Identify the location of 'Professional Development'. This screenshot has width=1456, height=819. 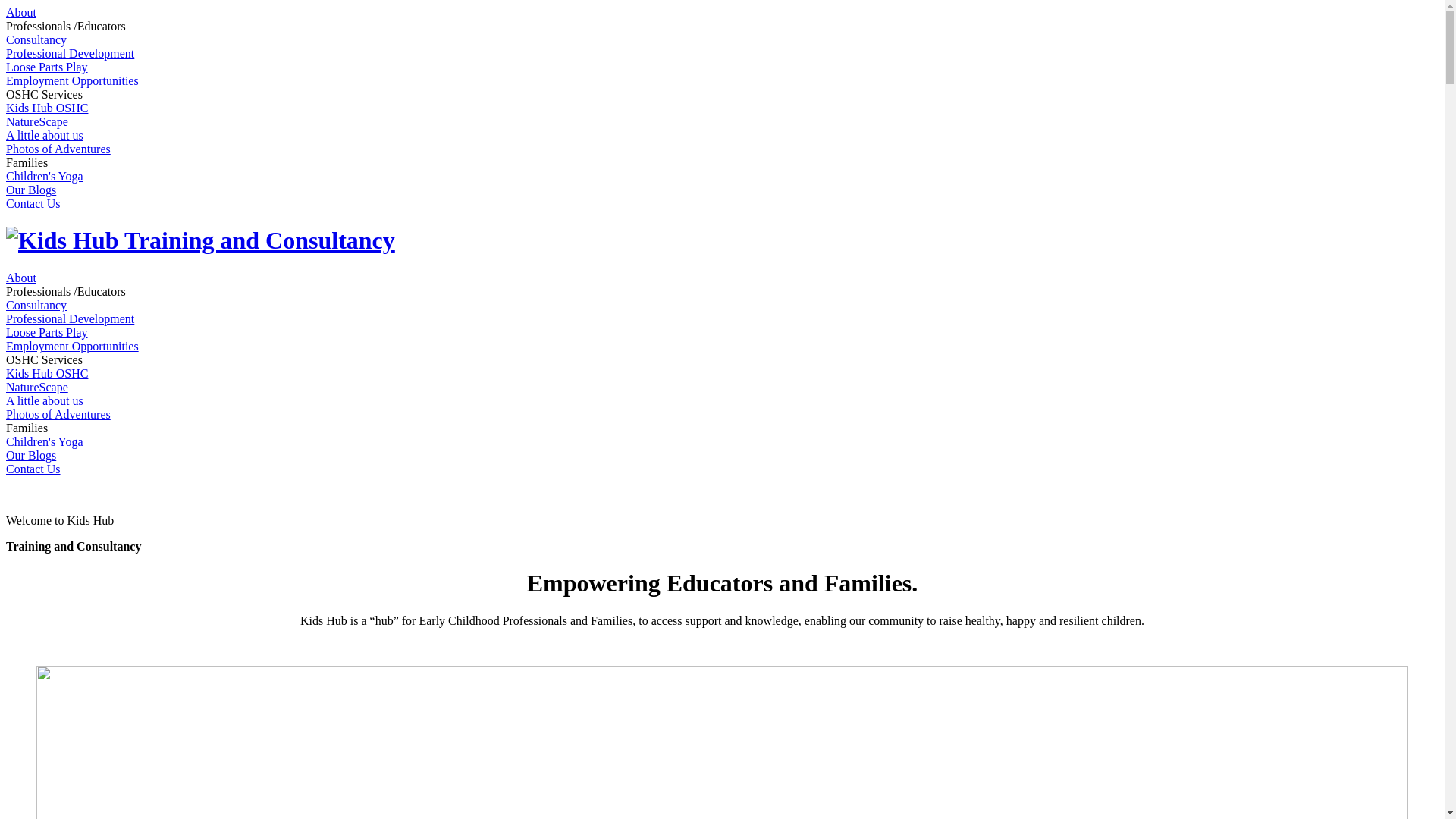
(69, 52).